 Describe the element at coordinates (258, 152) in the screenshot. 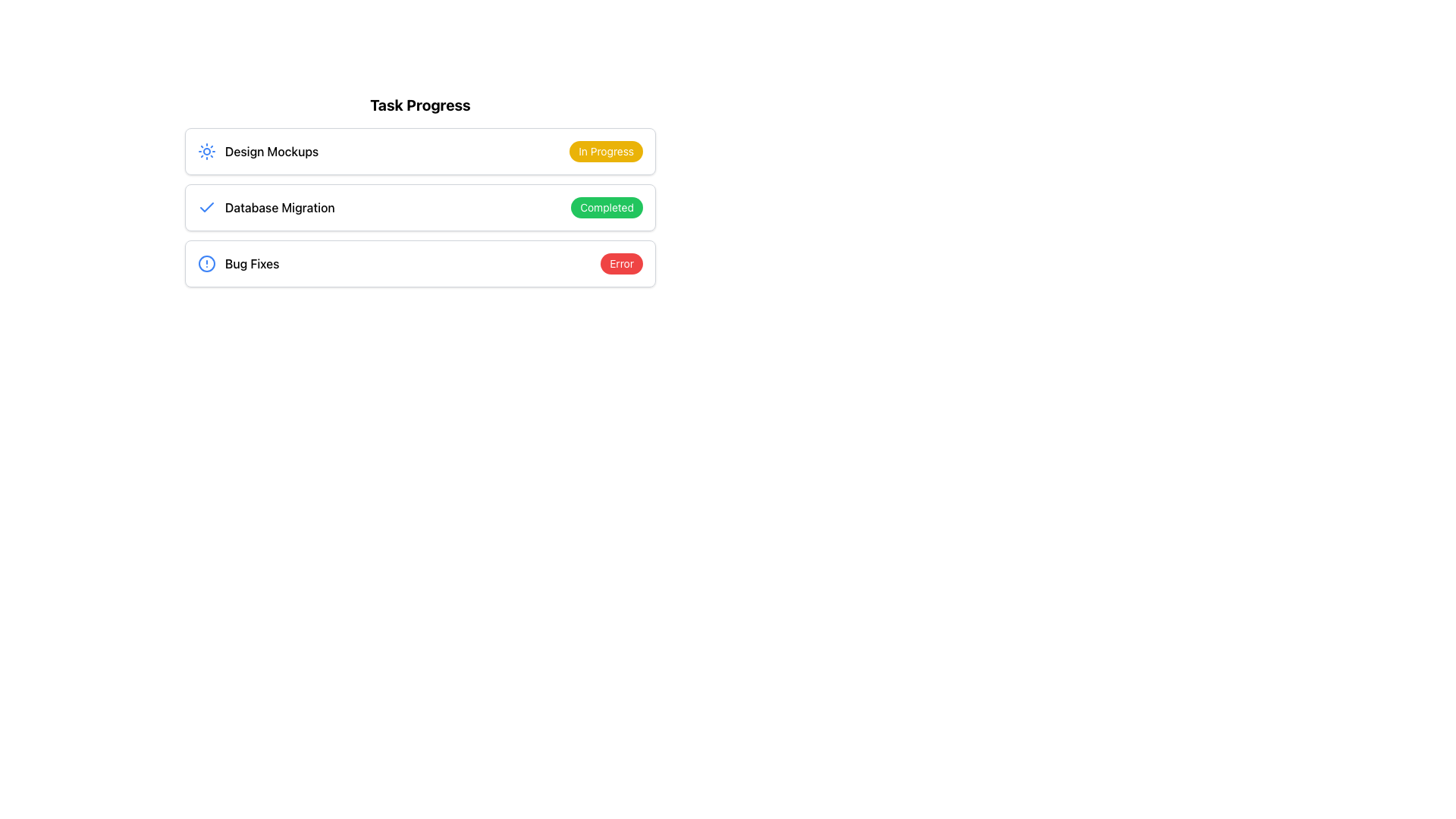

I see `the Text Label displaying 'Design Mockups', which is located in the first row of the task list, next to a blue circular icon resembling a sunburst` at that location.